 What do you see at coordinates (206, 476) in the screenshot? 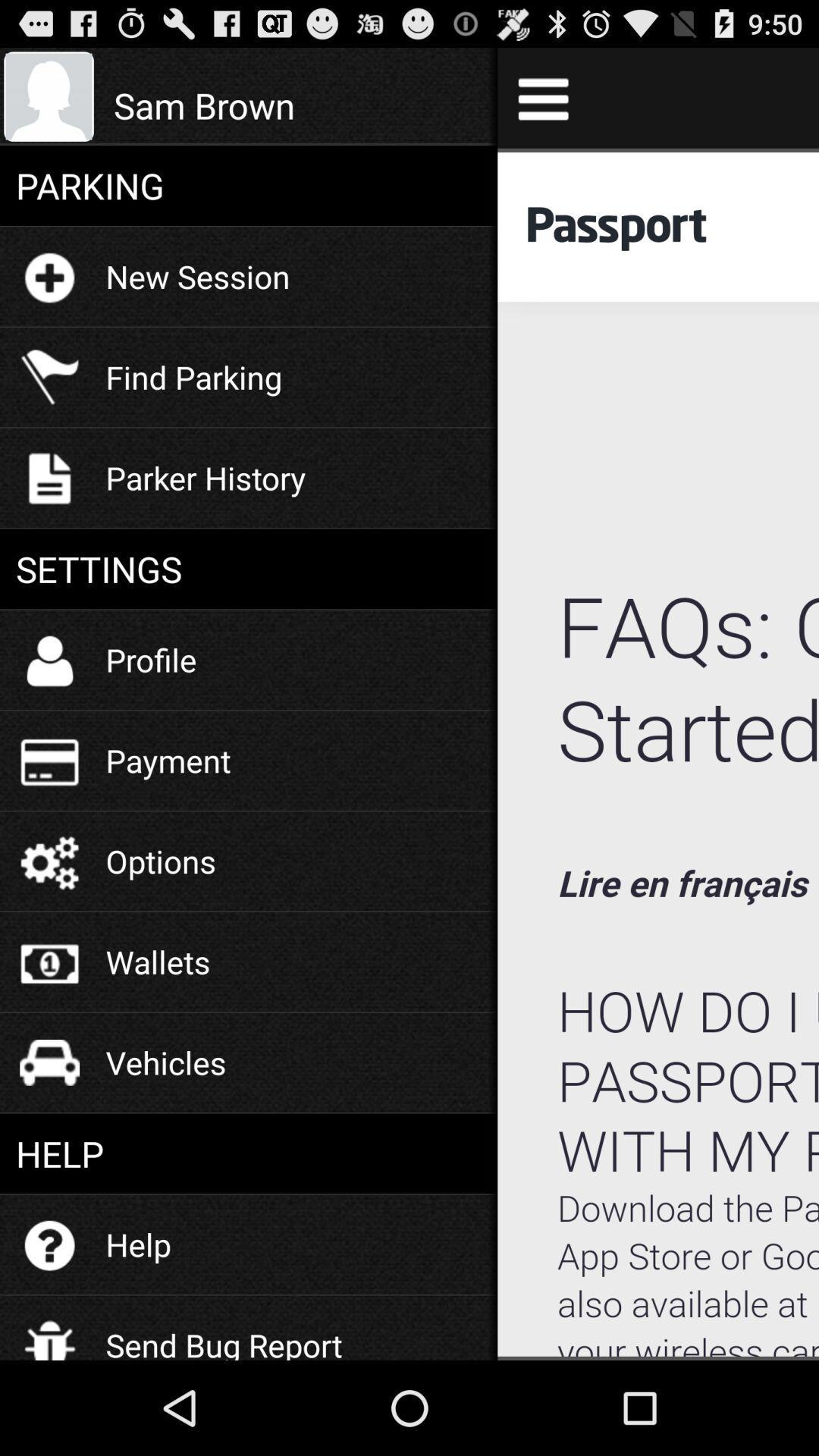
I see `the icon below find parking icon` at bounding box center [206, 476].